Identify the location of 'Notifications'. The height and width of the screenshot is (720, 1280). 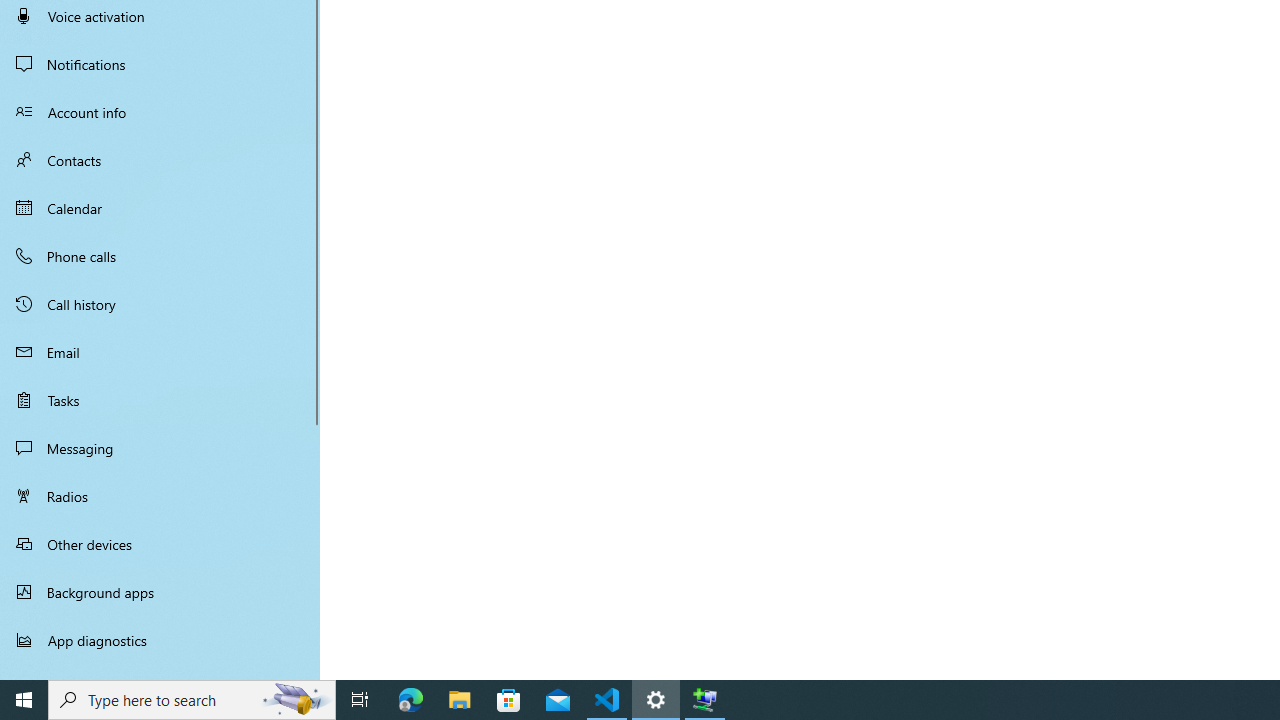
(160, 63).